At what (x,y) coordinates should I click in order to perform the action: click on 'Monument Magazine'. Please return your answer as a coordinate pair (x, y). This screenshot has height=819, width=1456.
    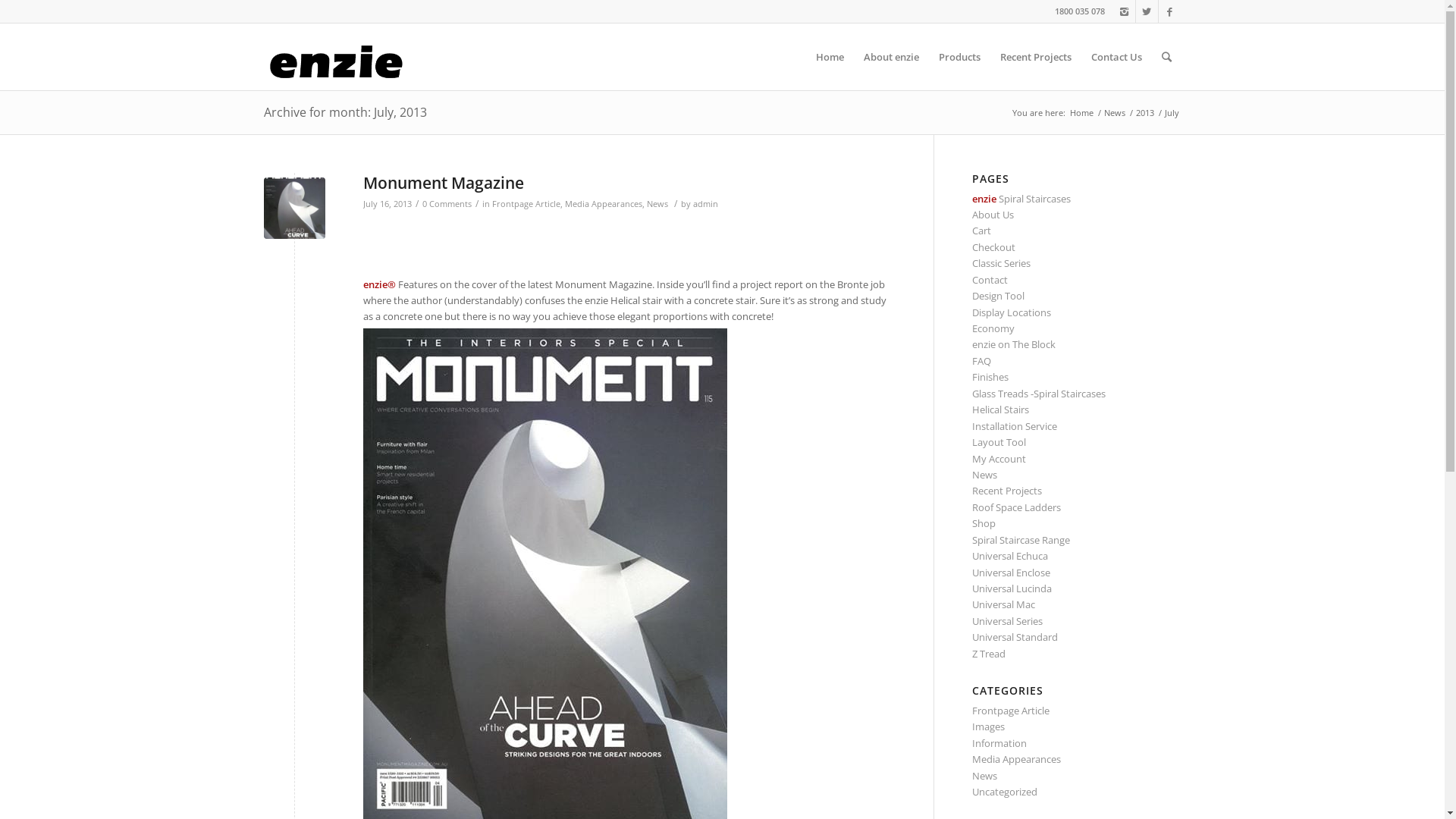
    Looking at the image, I should click on (362, 181).